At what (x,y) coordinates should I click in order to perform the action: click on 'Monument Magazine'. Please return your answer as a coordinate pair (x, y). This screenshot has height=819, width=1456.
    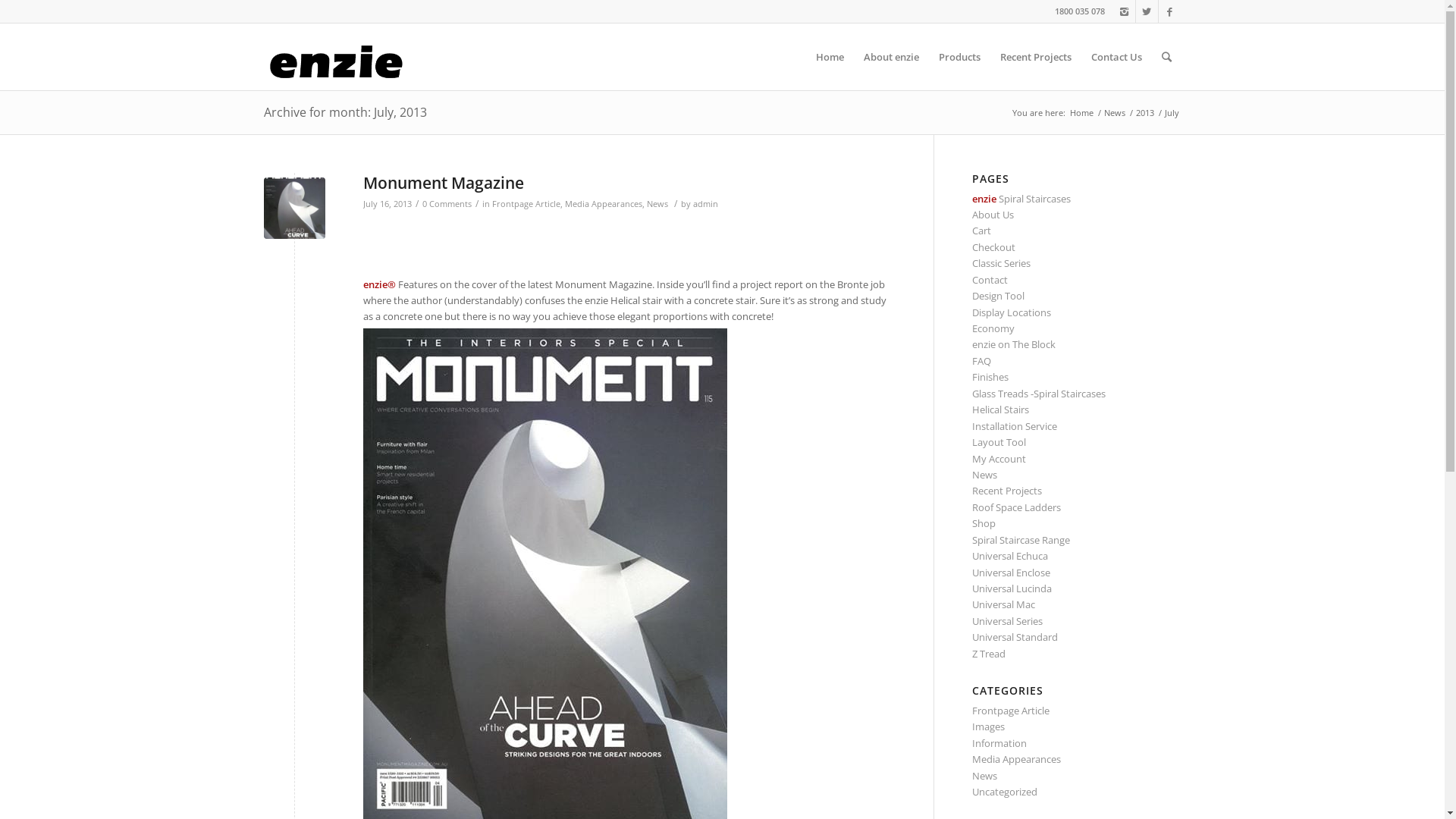
    Looking at the image, I should click on (362, 181).